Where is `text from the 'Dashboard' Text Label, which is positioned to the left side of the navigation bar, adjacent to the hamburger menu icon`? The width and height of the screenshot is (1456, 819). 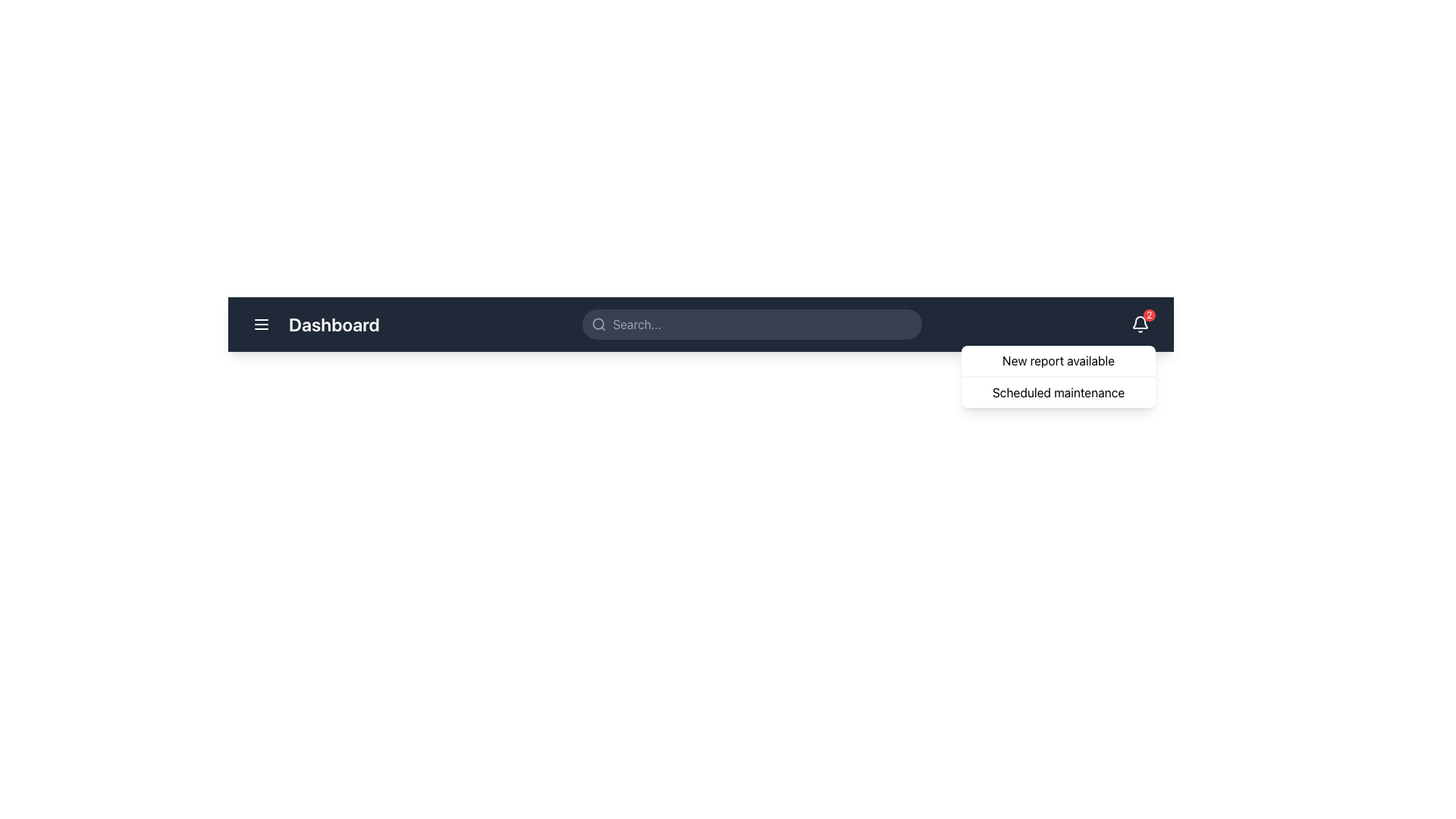
text from the 'Dashboard' Text Label, which is positioned to the left side of the navigation bar, adjacent to the hamburger menu icon is located at coordinates (312, 324).